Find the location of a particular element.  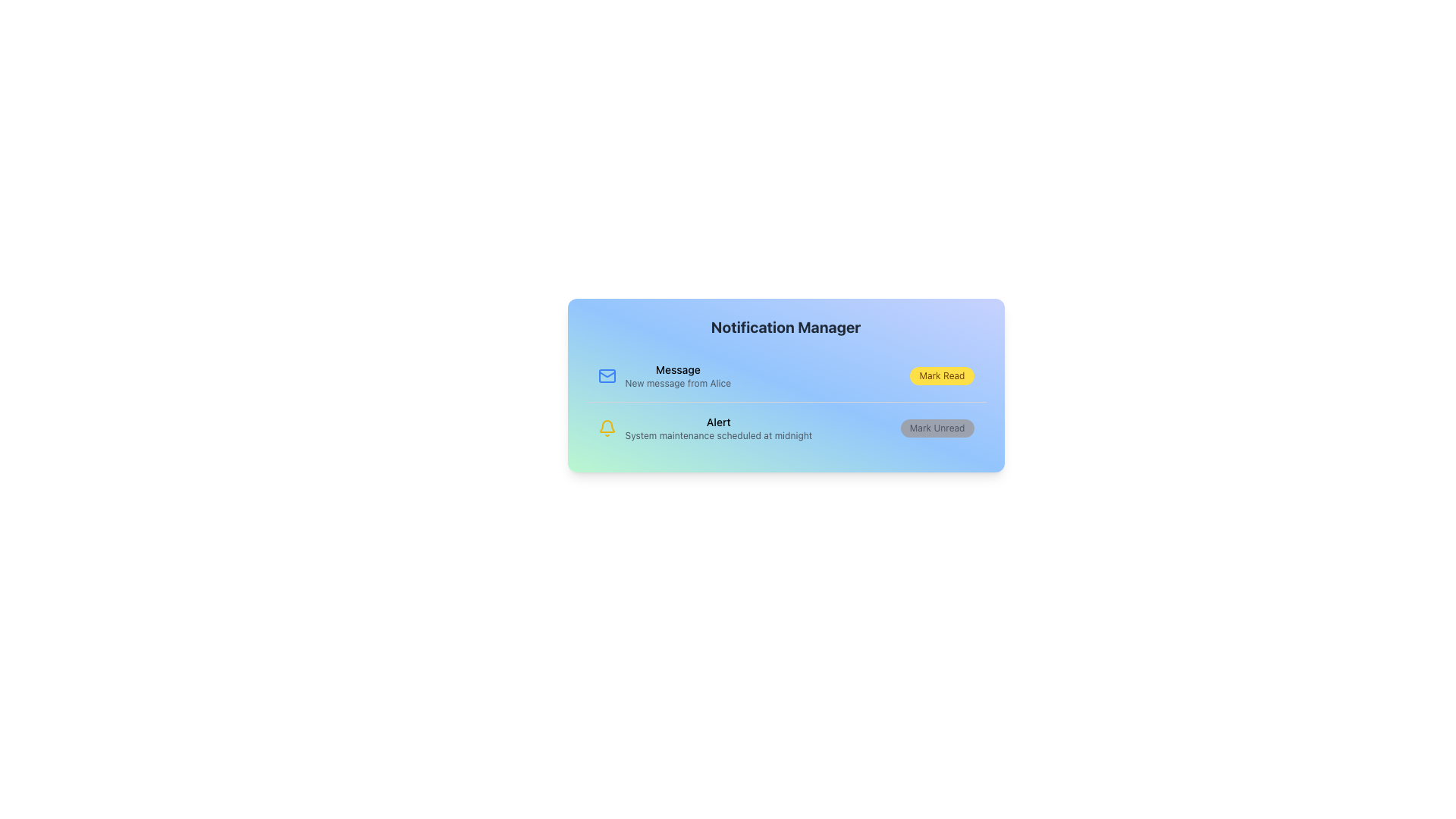

the Notification card containing the yellow bell icon with the title 'Alert' and subtitle 'System maintenance scheduled at midnight' is located at coordinates (786, 428).